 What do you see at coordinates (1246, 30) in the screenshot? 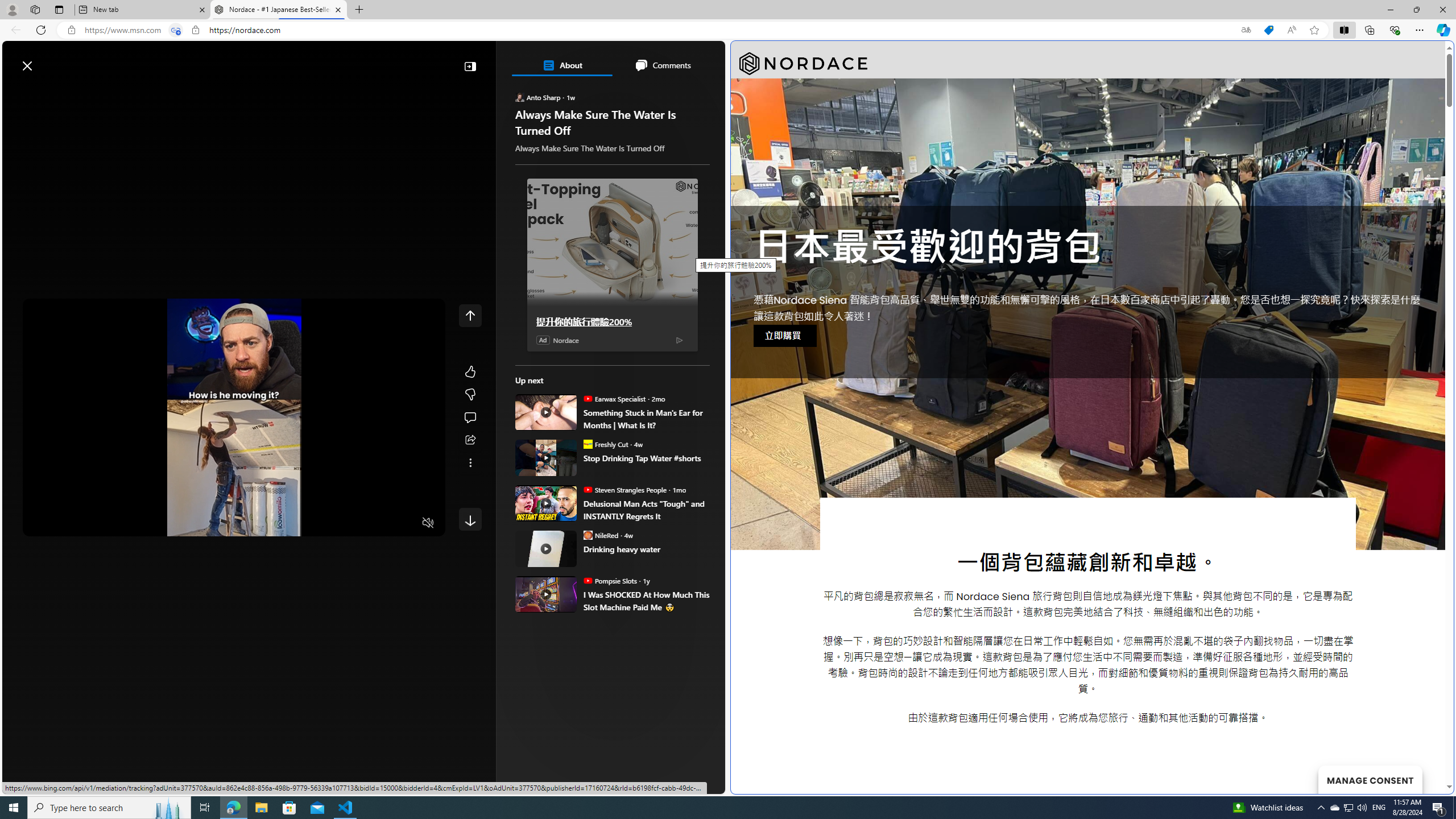
I see `'Show translate options'` at bounding box center [1246, 30].